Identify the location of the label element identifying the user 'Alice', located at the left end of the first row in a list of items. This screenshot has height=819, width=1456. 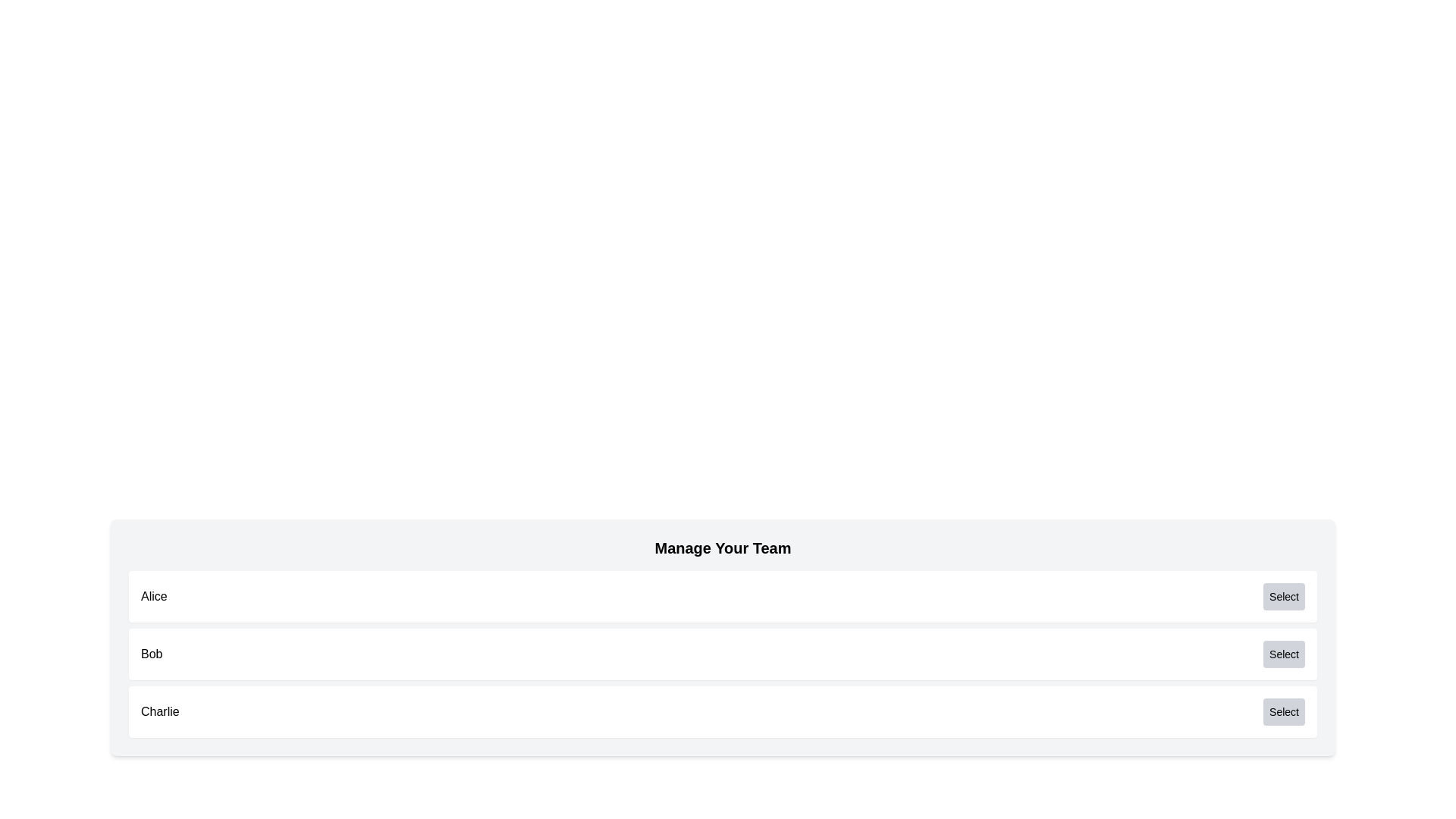
(154, 595).